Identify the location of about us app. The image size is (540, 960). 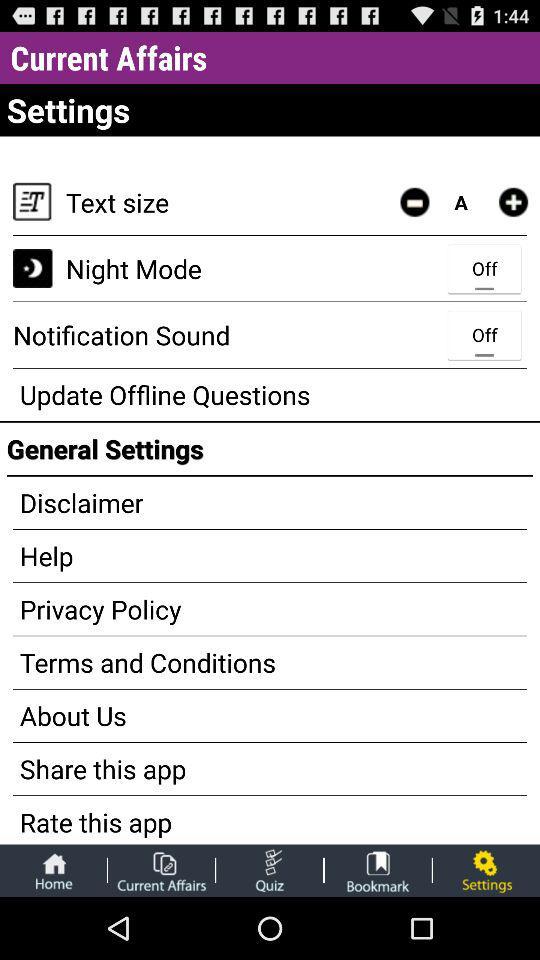
(270, 715).